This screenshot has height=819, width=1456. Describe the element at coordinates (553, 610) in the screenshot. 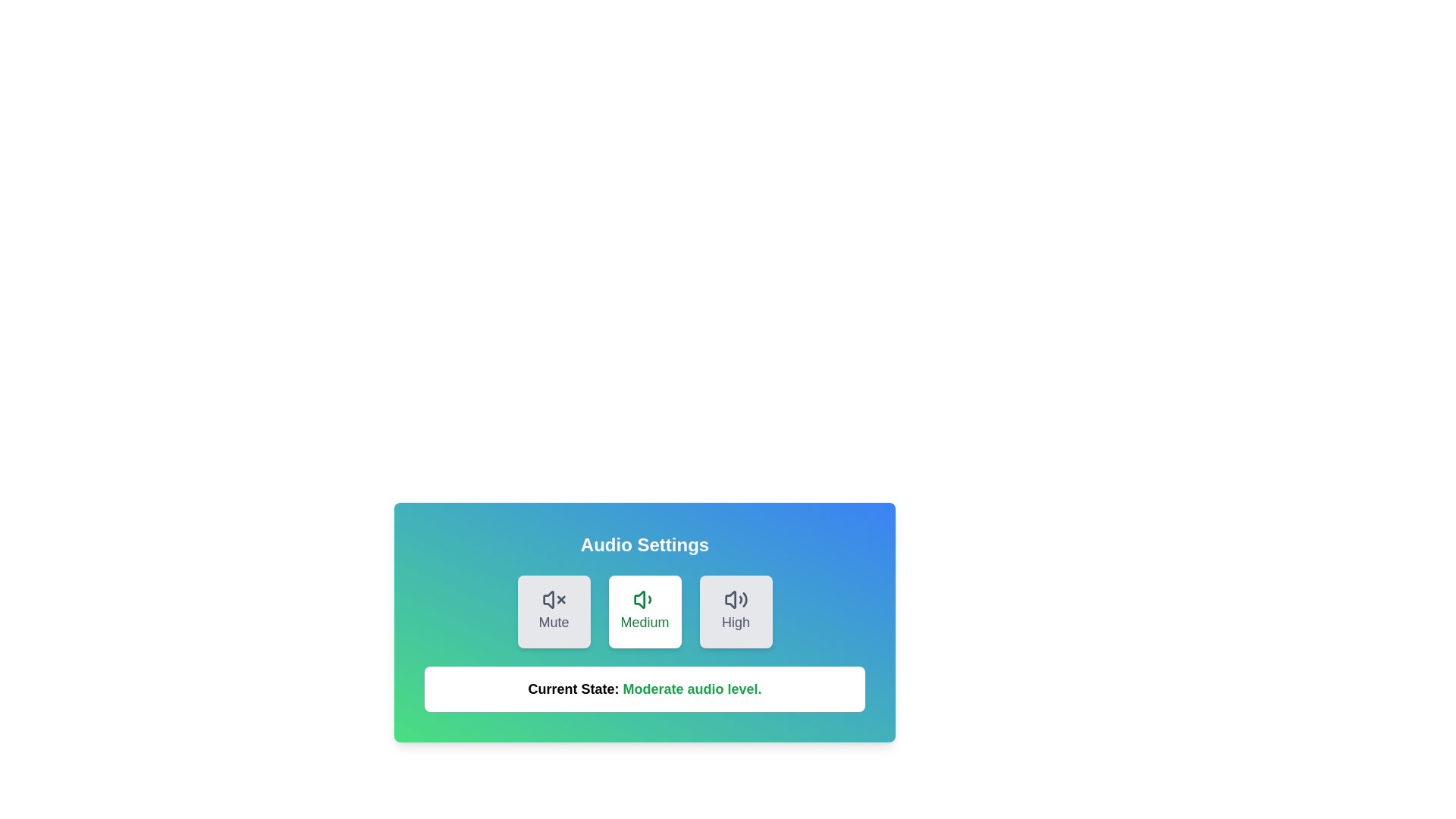

I see `the button corresponding to the desired volume level: Mute` at that location.